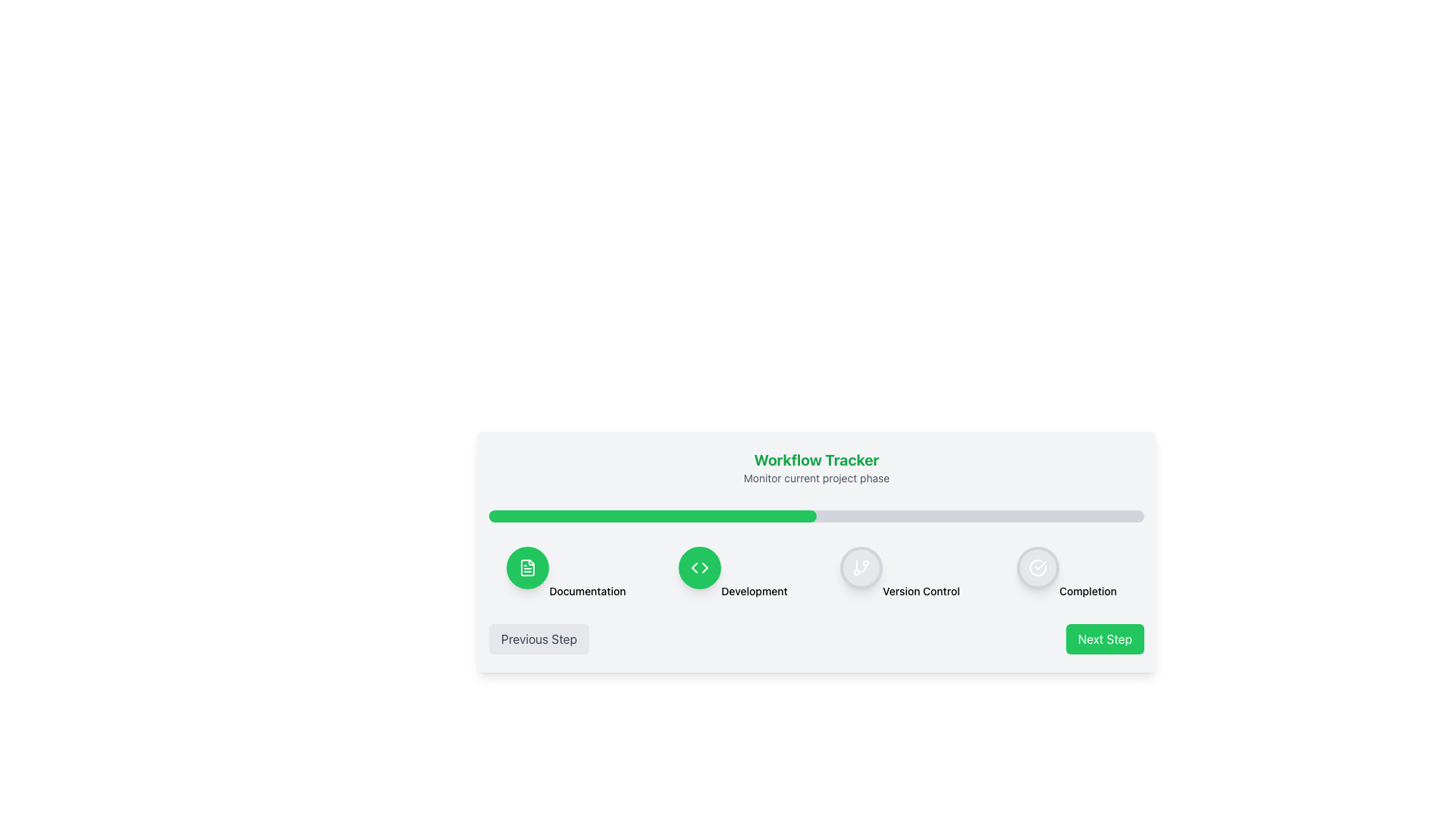 This screenshot has height=819, width=1456. I want to click on the 'Next Step' button located at the bottom of the Workflow Tracker to proceed with the workflow, so click(815, 552).